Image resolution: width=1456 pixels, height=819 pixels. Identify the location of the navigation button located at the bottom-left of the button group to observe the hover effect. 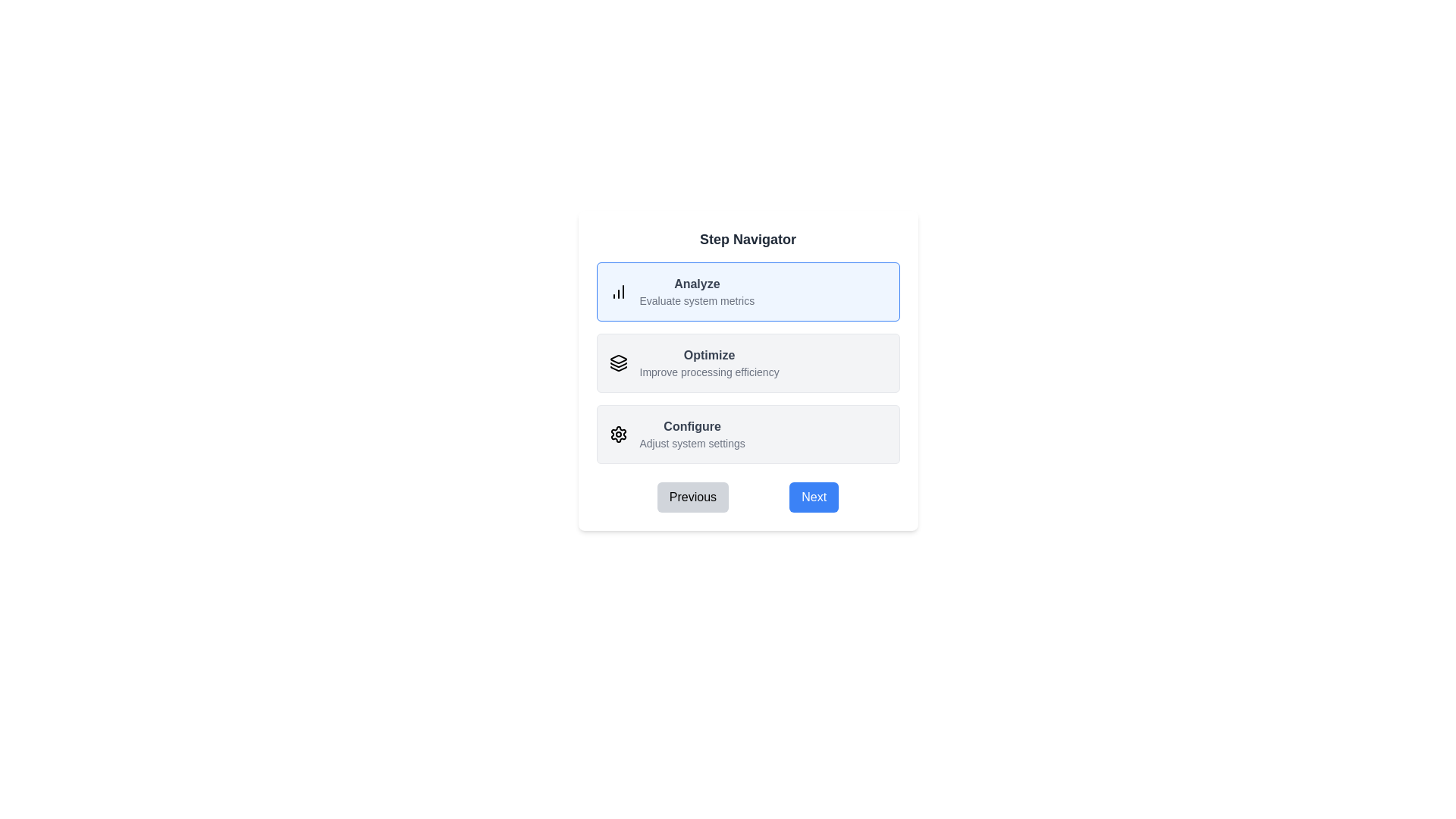
(692, 497).